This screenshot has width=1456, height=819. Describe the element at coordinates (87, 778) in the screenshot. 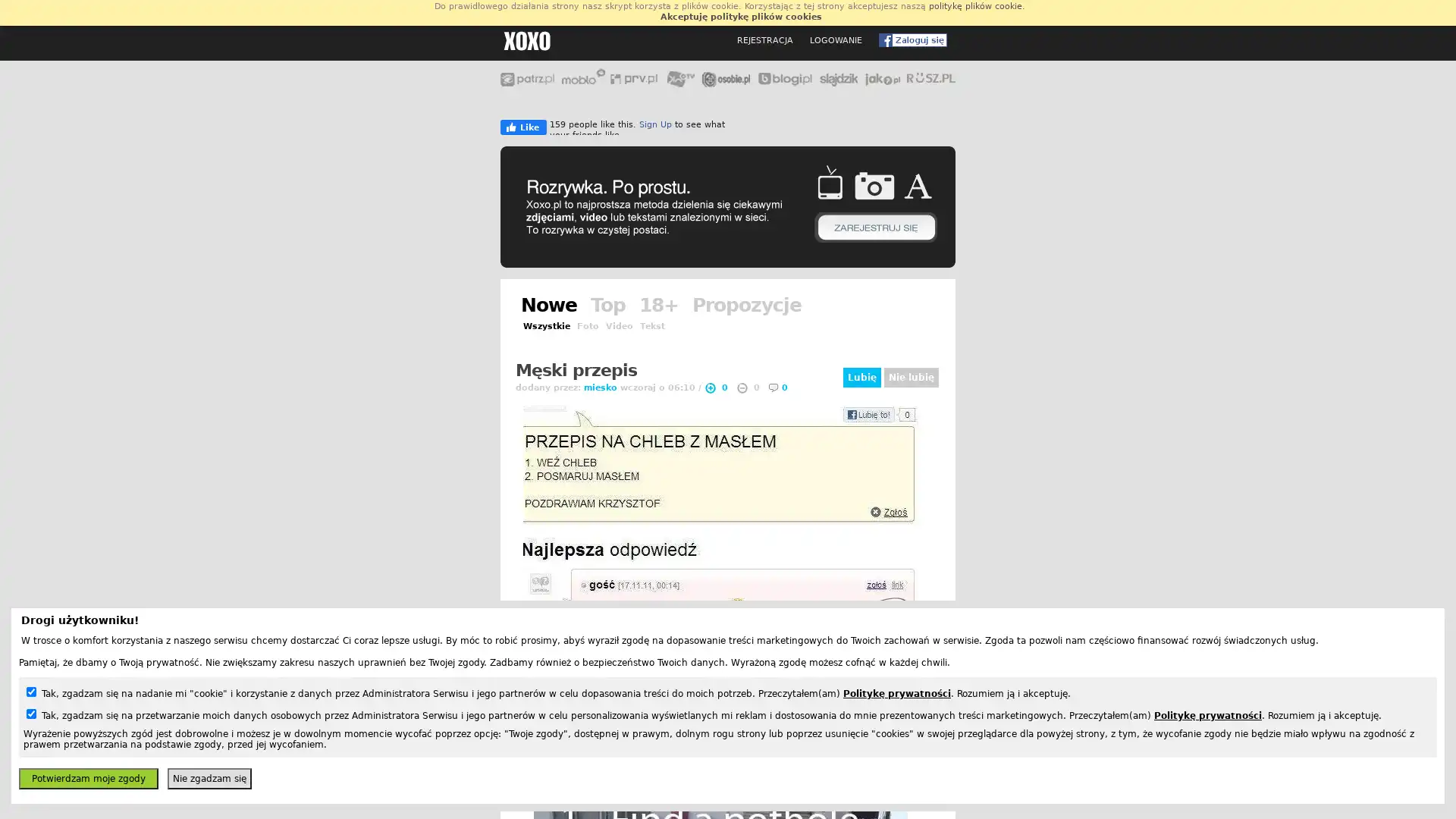

I see `Potwierdzam moje zgody` at that location.